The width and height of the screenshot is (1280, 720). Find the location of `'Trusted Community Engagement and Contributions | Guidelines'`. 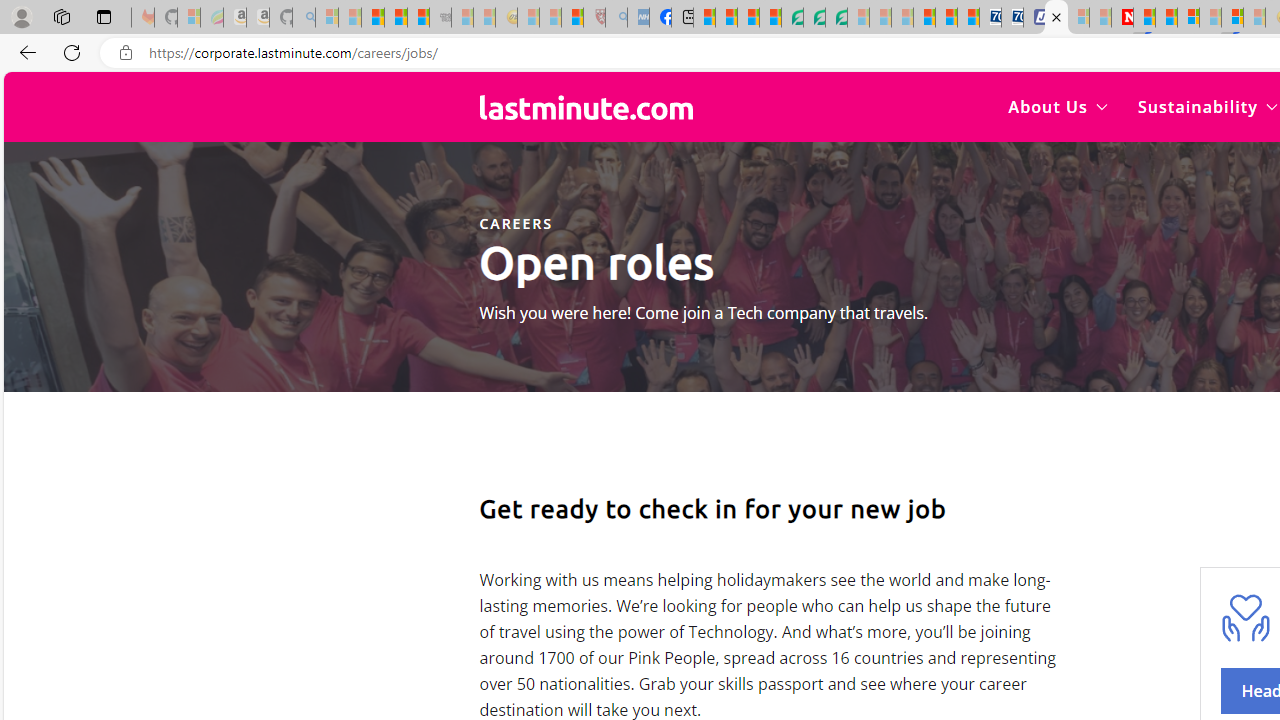

'Trusted Community Engagement and Contributions | Guidelines' is located at coordinates (1144, 17).